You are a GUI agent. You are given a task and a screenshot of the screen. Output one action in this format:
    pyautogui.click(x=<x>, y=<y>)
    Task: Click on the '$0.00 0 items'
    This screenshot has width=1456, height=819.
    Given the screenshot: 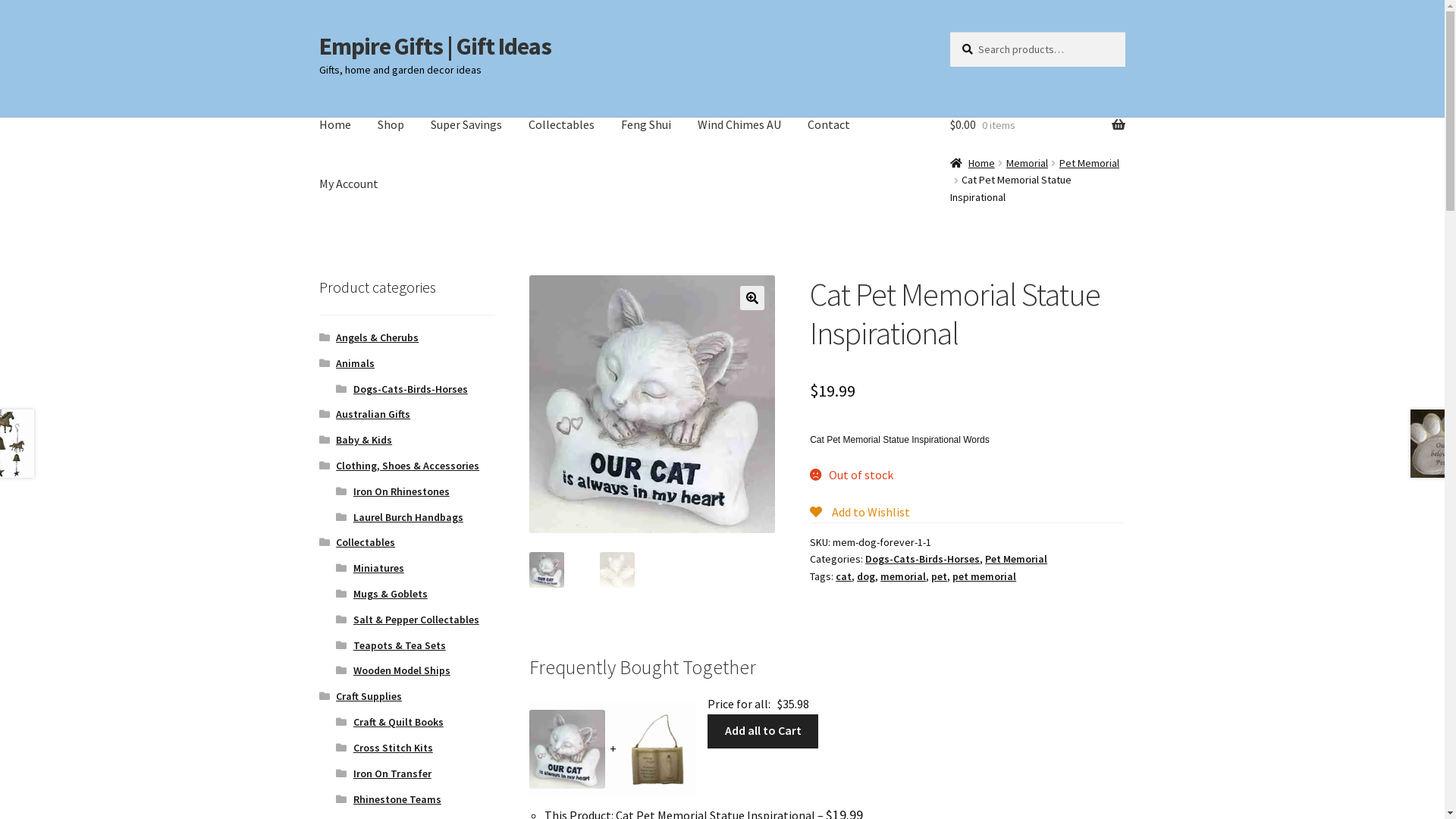 What is the action you would take?
    pyautogui.click(x=1037, y=124)
    